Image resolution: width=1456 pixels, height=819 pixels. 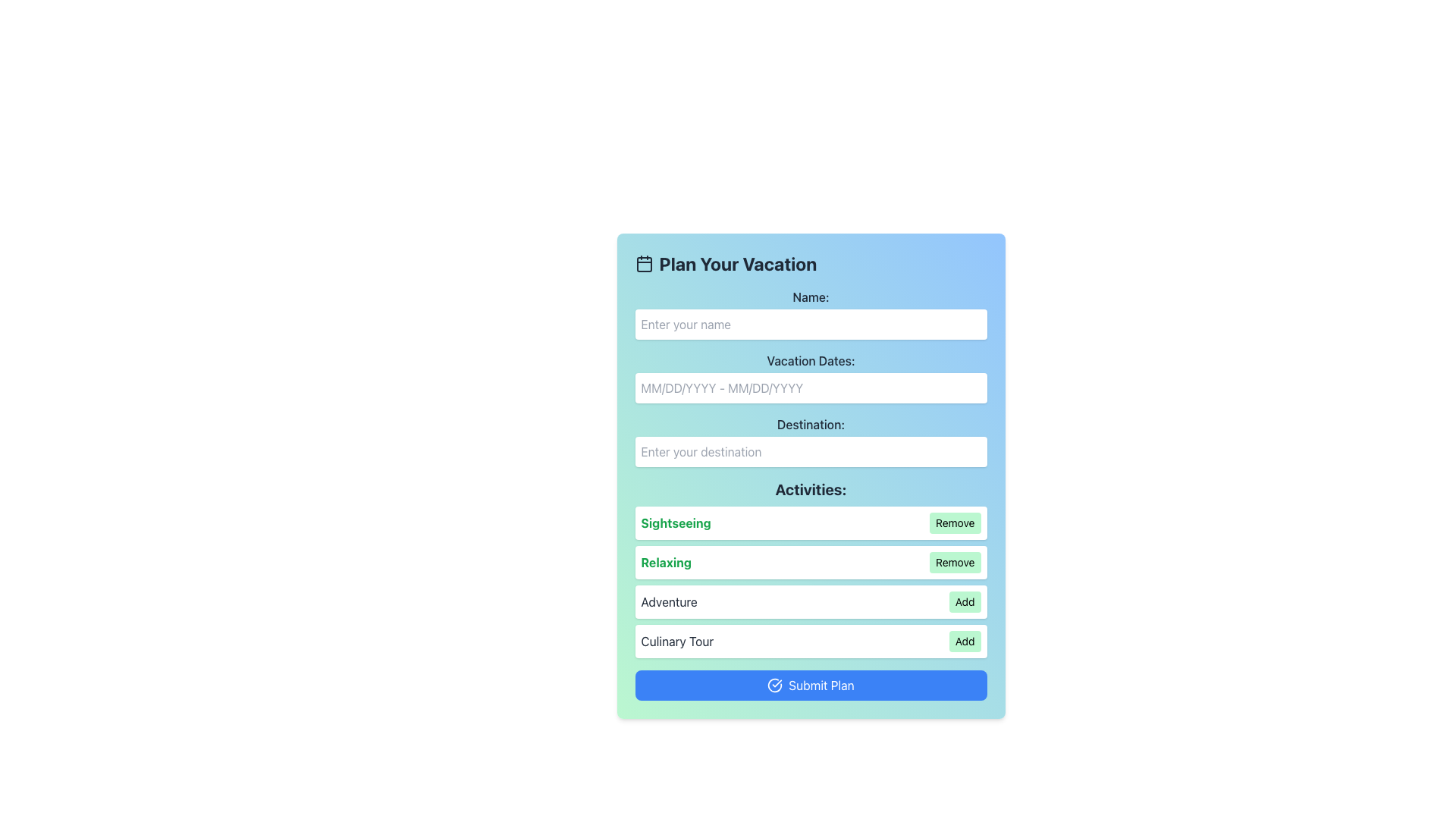 What do you see at coordinates (644, 262) in the screenshot?
I see `the calendar icon located in the title bar of the form, just to the left of the text 'Plan Your Vacation'` at bounding box center [644, 262].